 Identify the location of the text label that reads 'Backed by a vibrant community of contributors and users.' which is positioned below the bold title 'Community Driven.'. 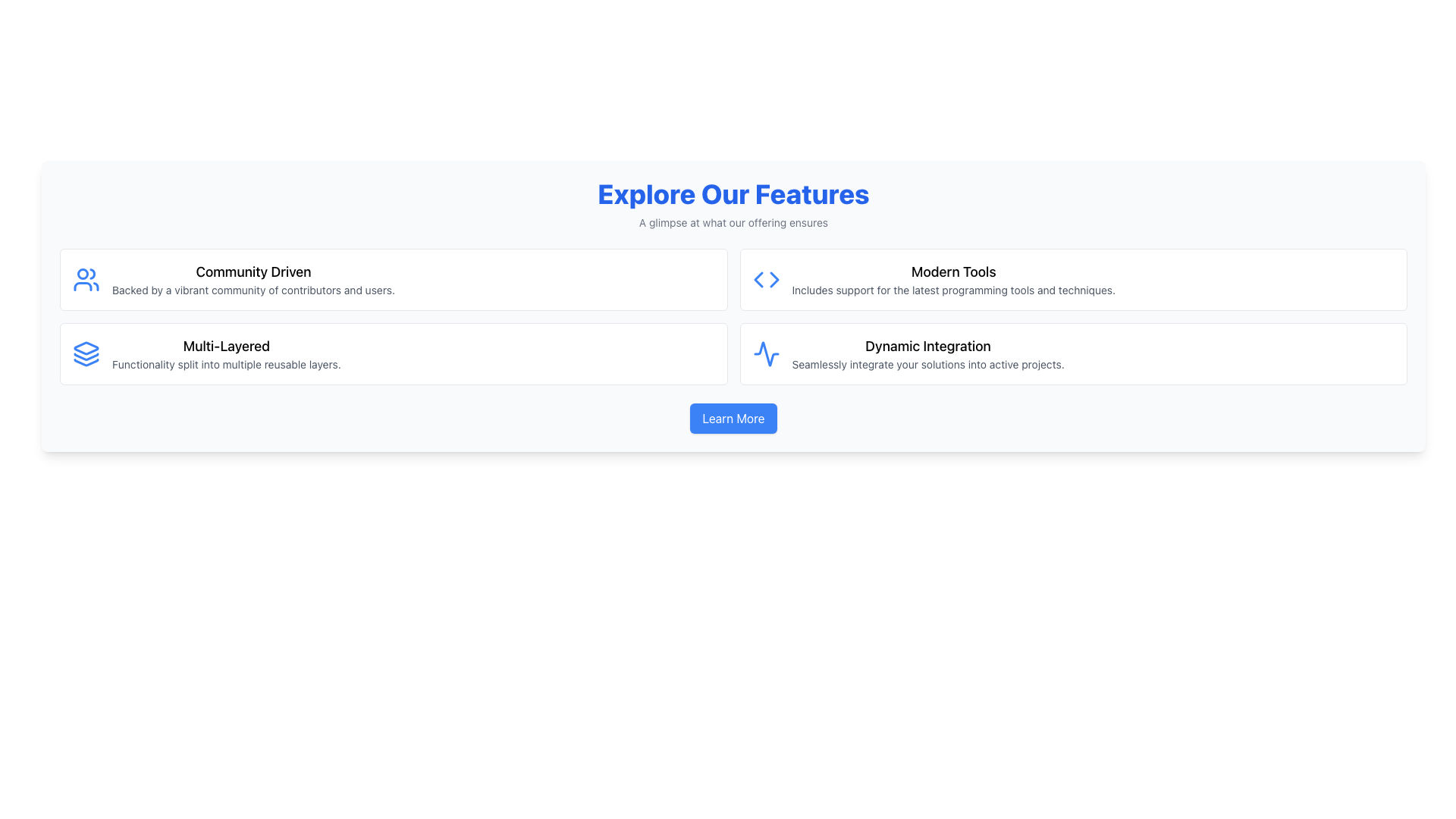
(253, 290).